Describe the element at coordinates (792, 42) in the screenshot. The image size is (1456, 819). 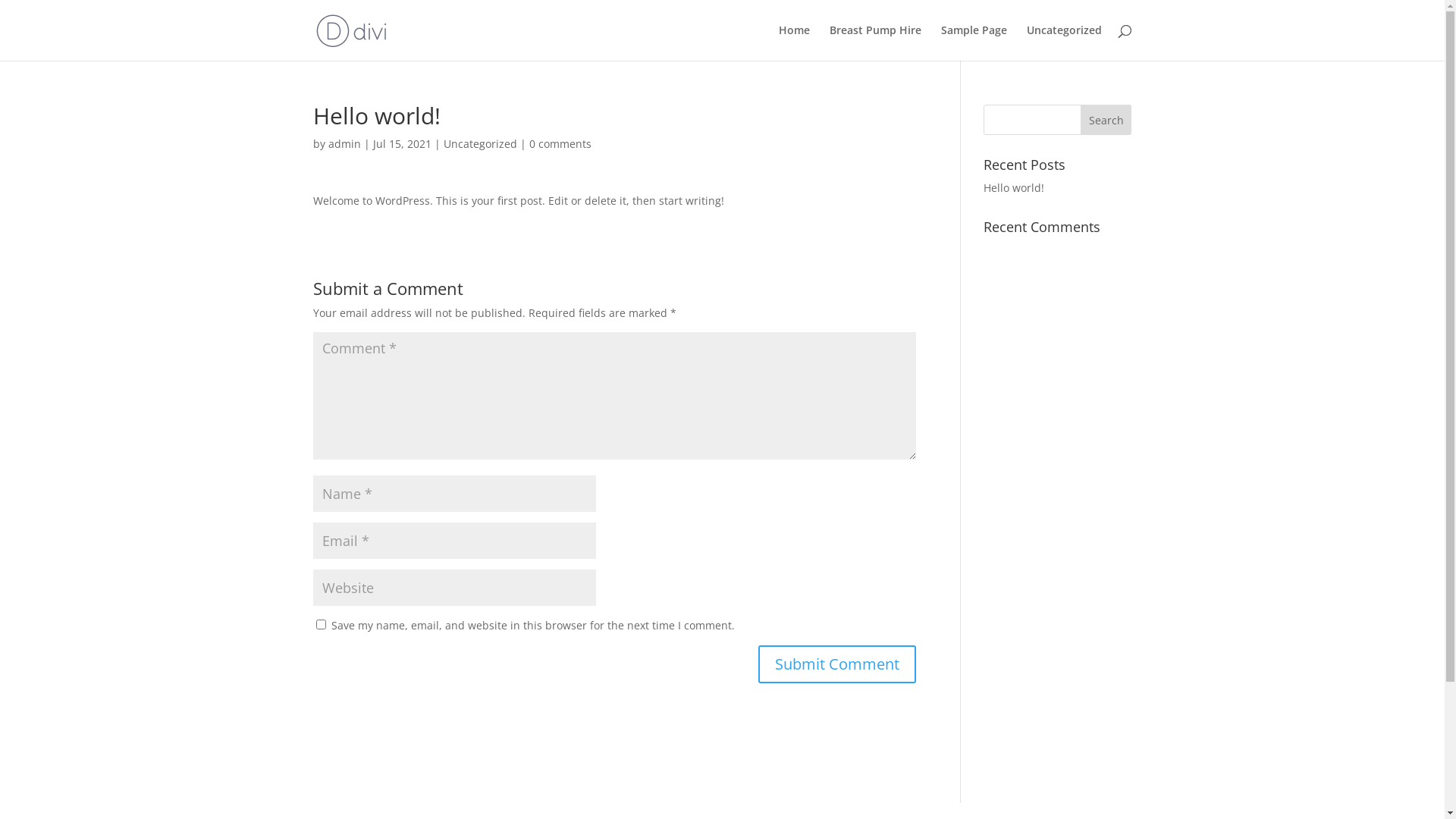
I see `'Home'` at that location.